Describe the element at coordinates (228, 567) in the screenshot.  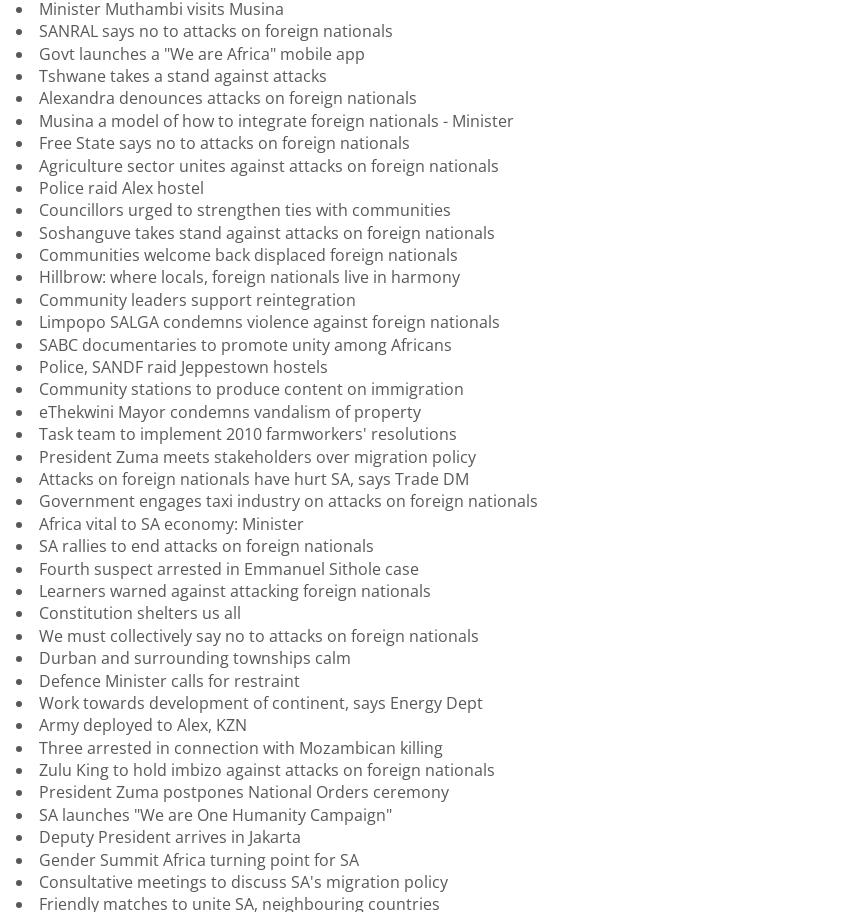
I see `'Fourth suspect arrested in Emmanuel Sithole case'` at that location.